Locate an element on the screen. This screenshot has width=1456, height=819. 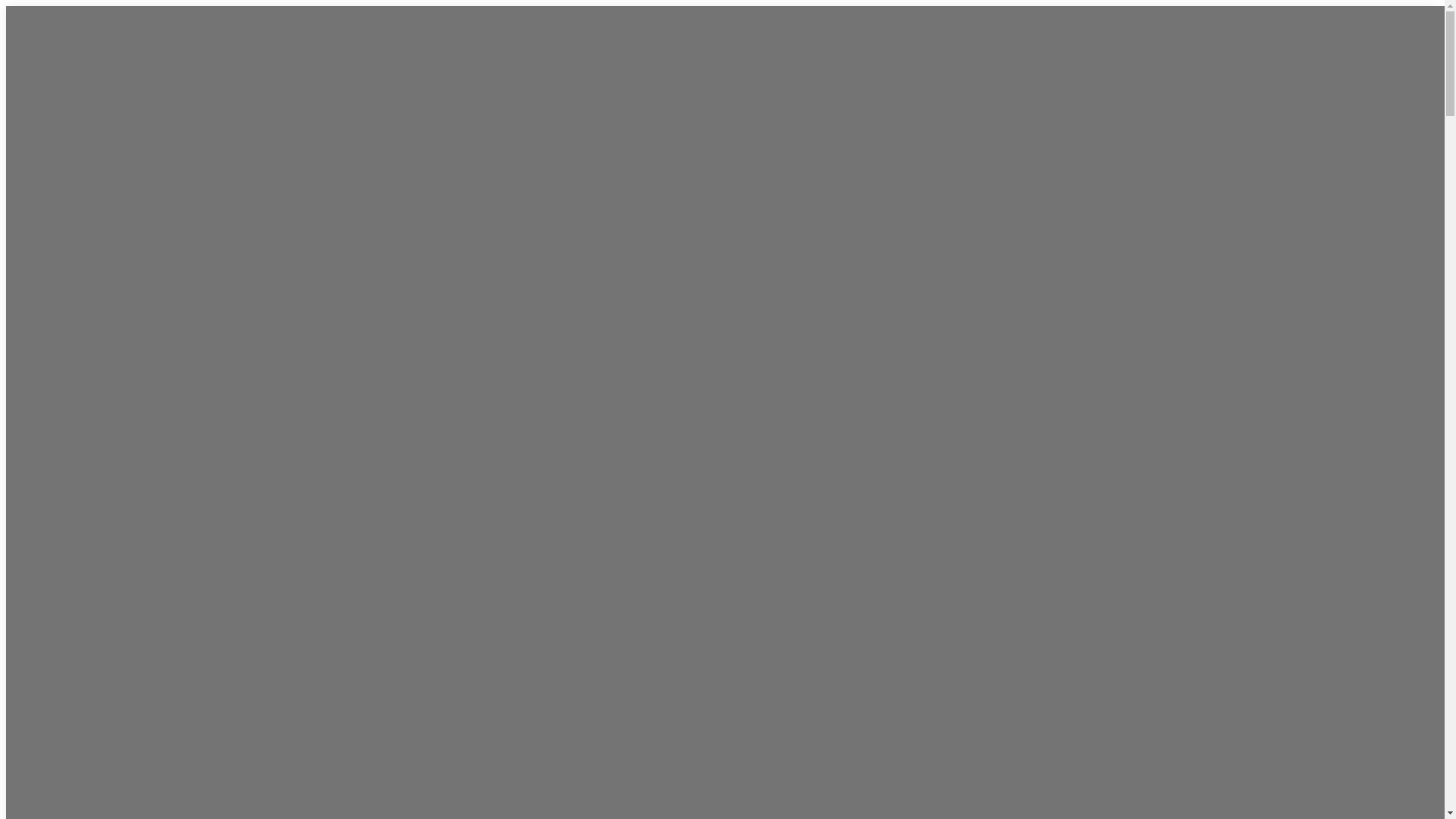
'Compulsory Acquisition and Just Terms Compensation' is located at coordinates (712, 190).